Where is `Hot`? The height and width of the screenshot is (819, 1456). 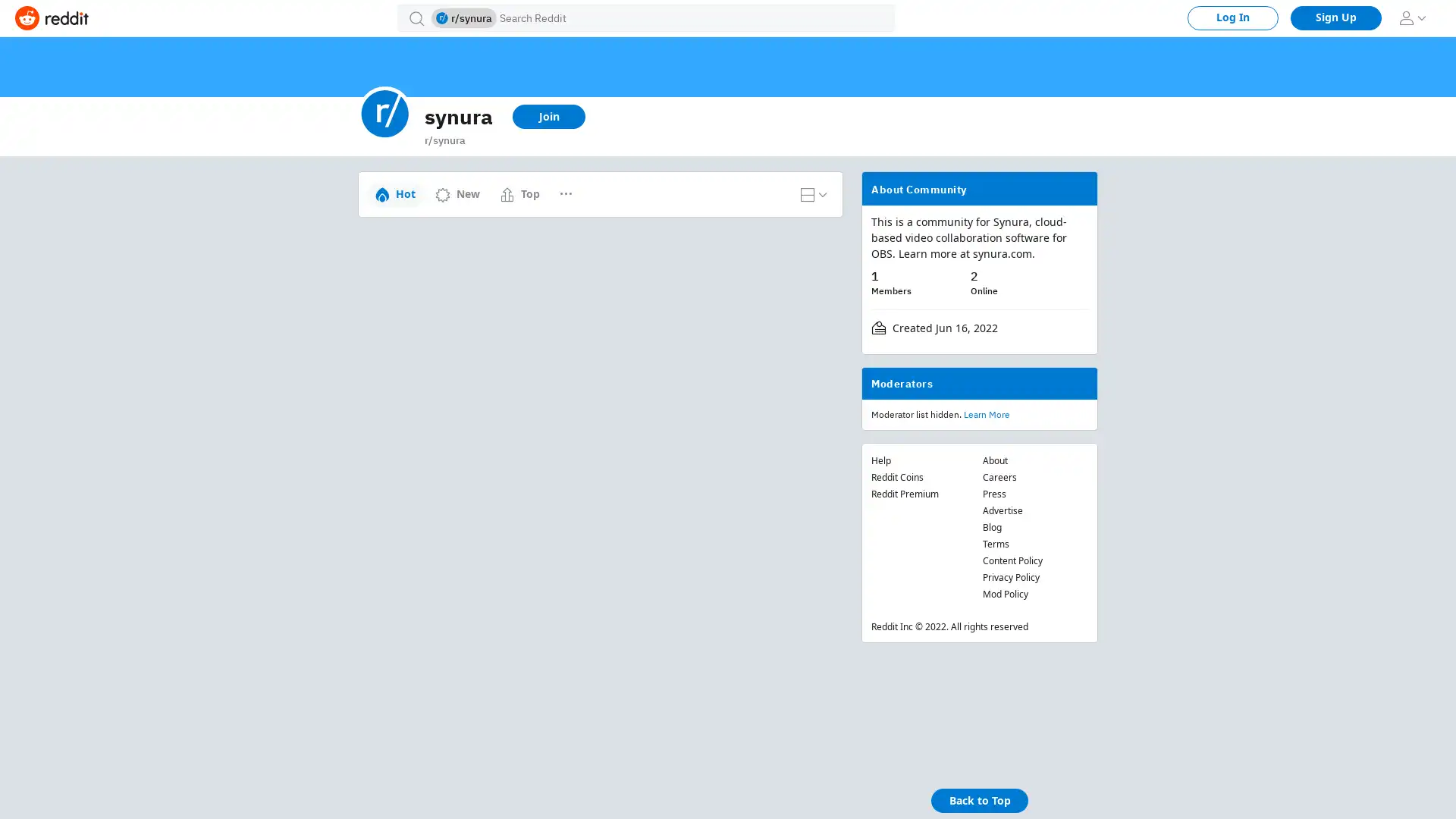 Hot is located at coordinates (395, 193).